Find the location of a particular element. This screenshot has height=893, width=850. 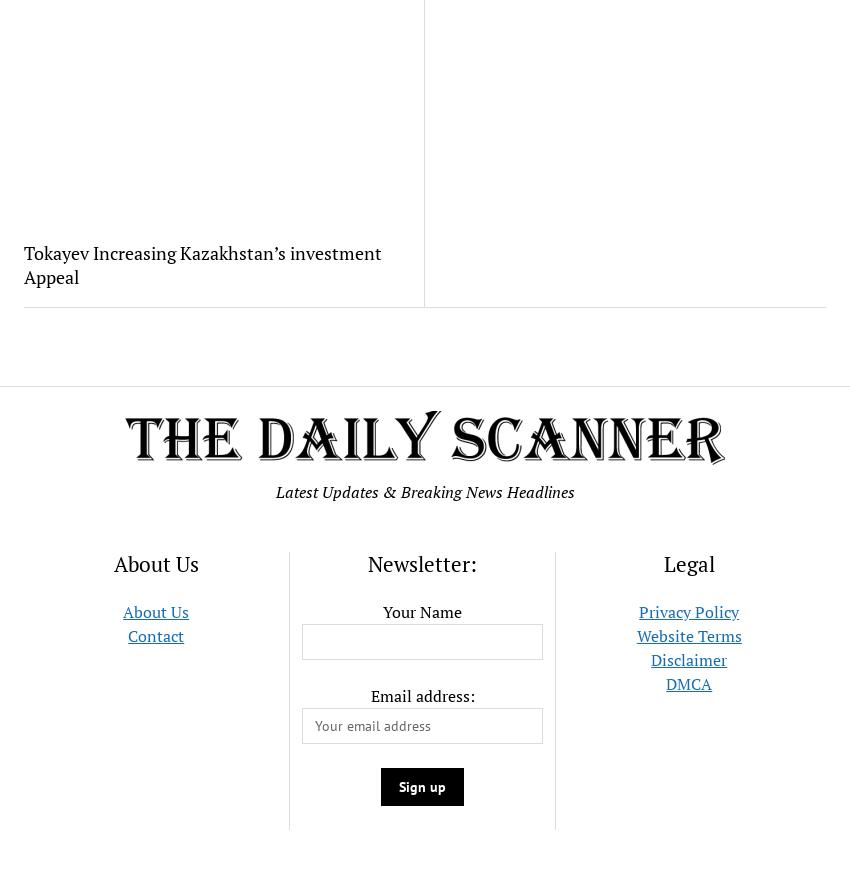

'Email address:' is located at coordinates (422, 696).